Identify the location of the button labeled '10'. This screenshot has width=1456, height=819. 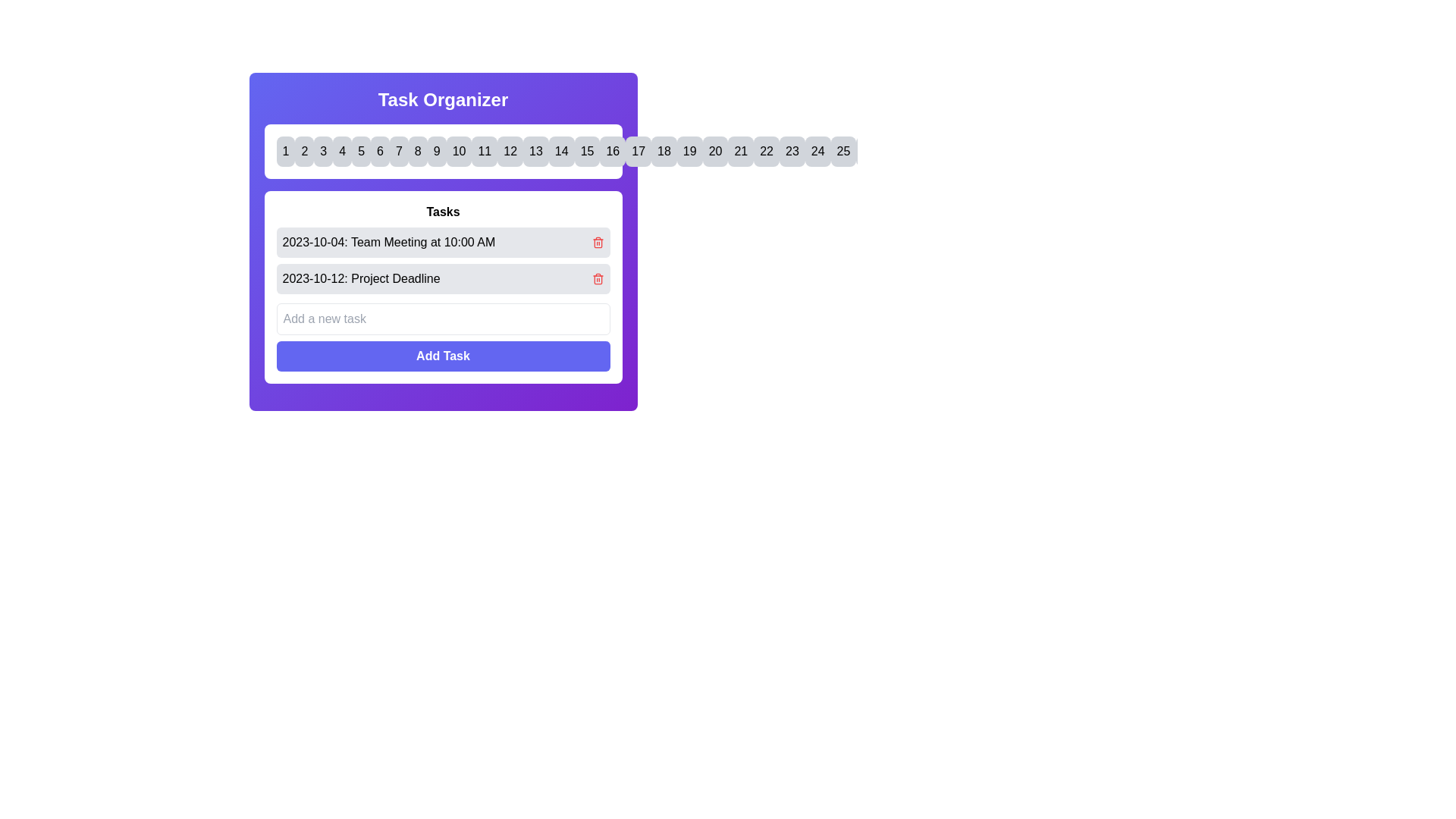
(458, 152).